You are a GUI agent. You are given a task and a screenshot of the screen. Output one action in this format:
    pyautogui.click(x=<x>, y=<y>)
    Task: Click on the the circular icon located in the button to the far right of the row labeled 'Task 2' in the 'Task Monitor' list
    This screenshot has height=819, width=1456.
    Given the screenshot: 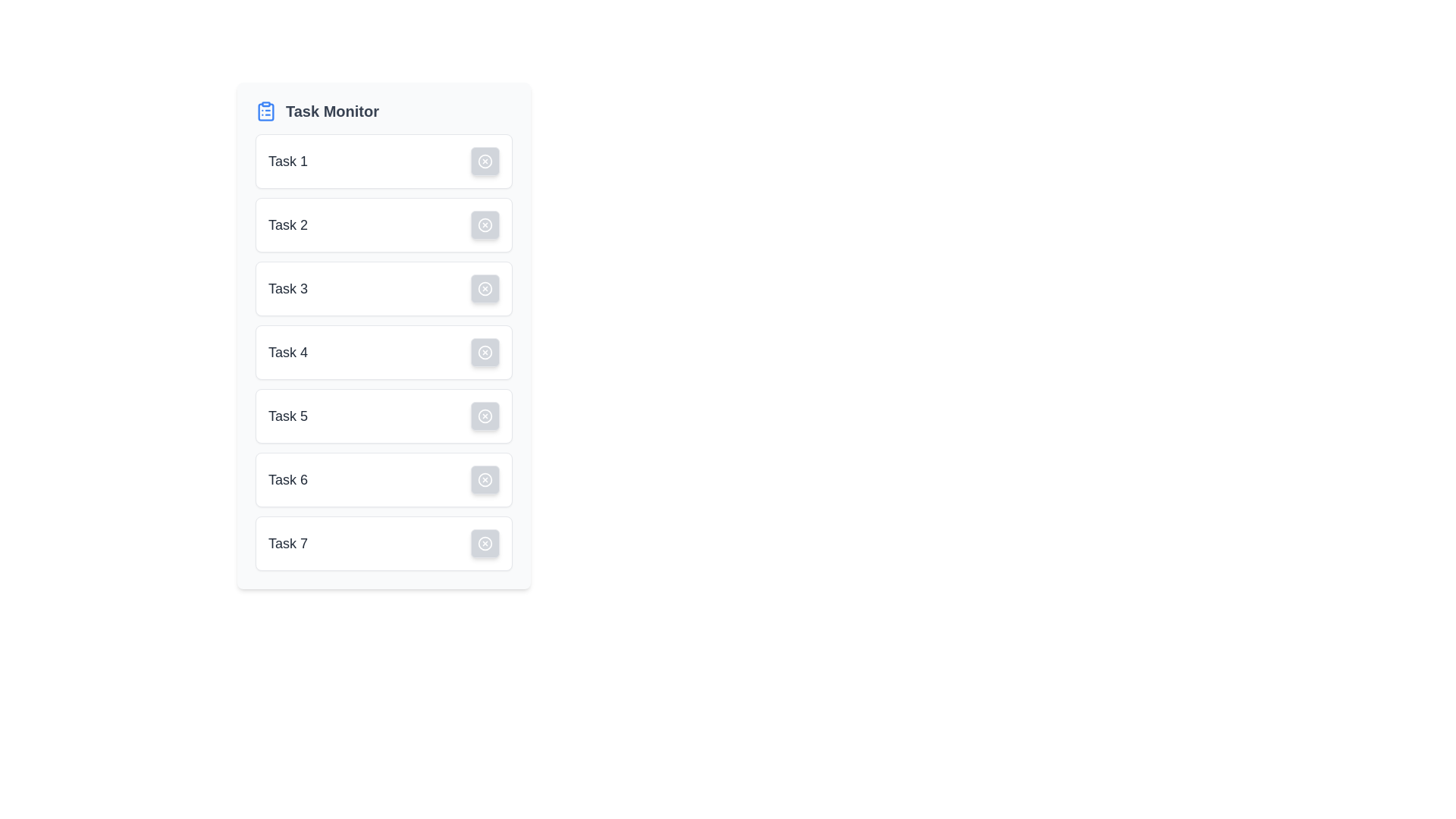 What is the action you would take?
    pyautogui.click(x=484, y=225)
    